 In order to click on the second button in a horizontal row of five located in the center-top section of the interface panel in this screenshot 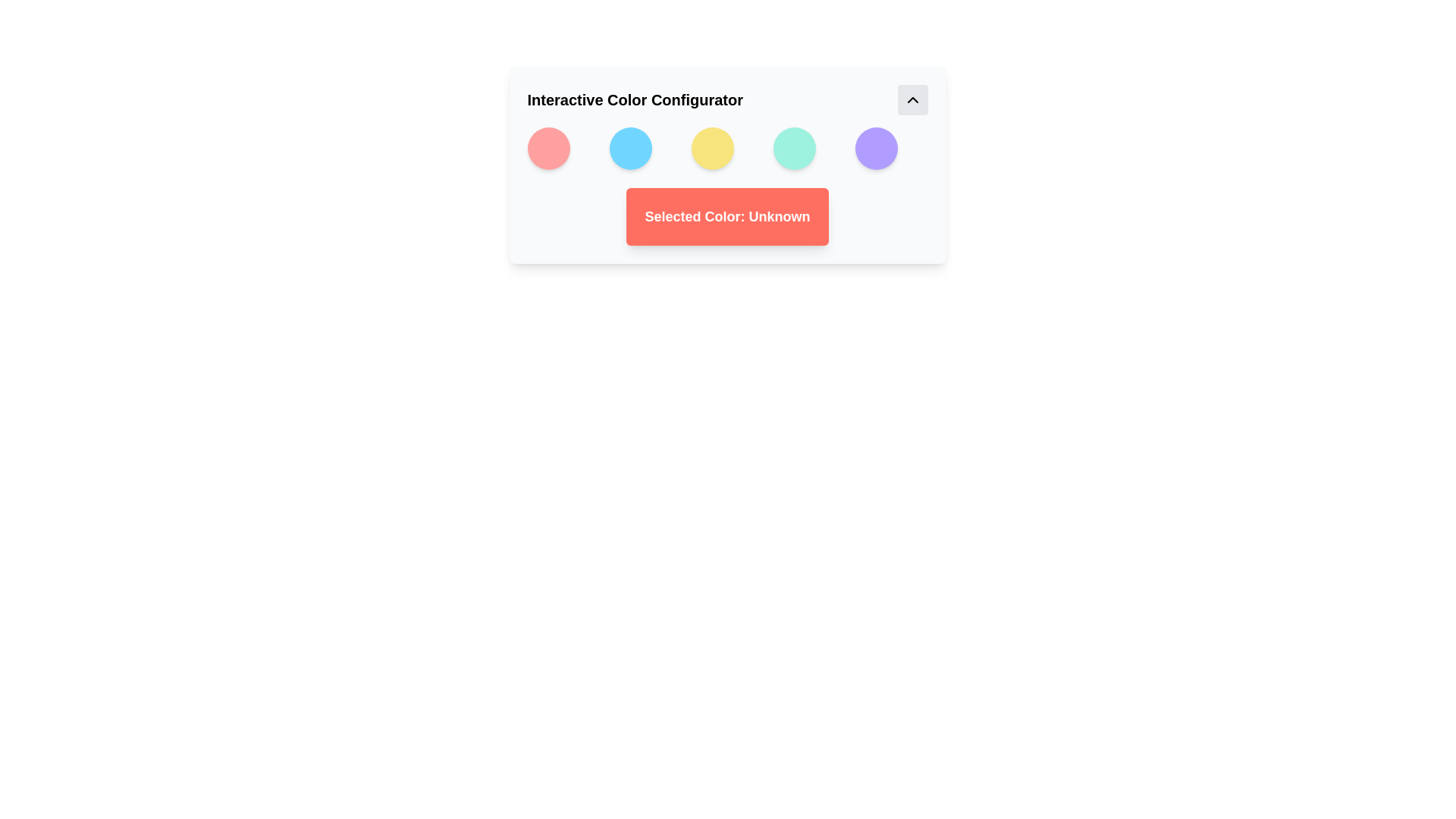, I will do `click(630, 149)`.